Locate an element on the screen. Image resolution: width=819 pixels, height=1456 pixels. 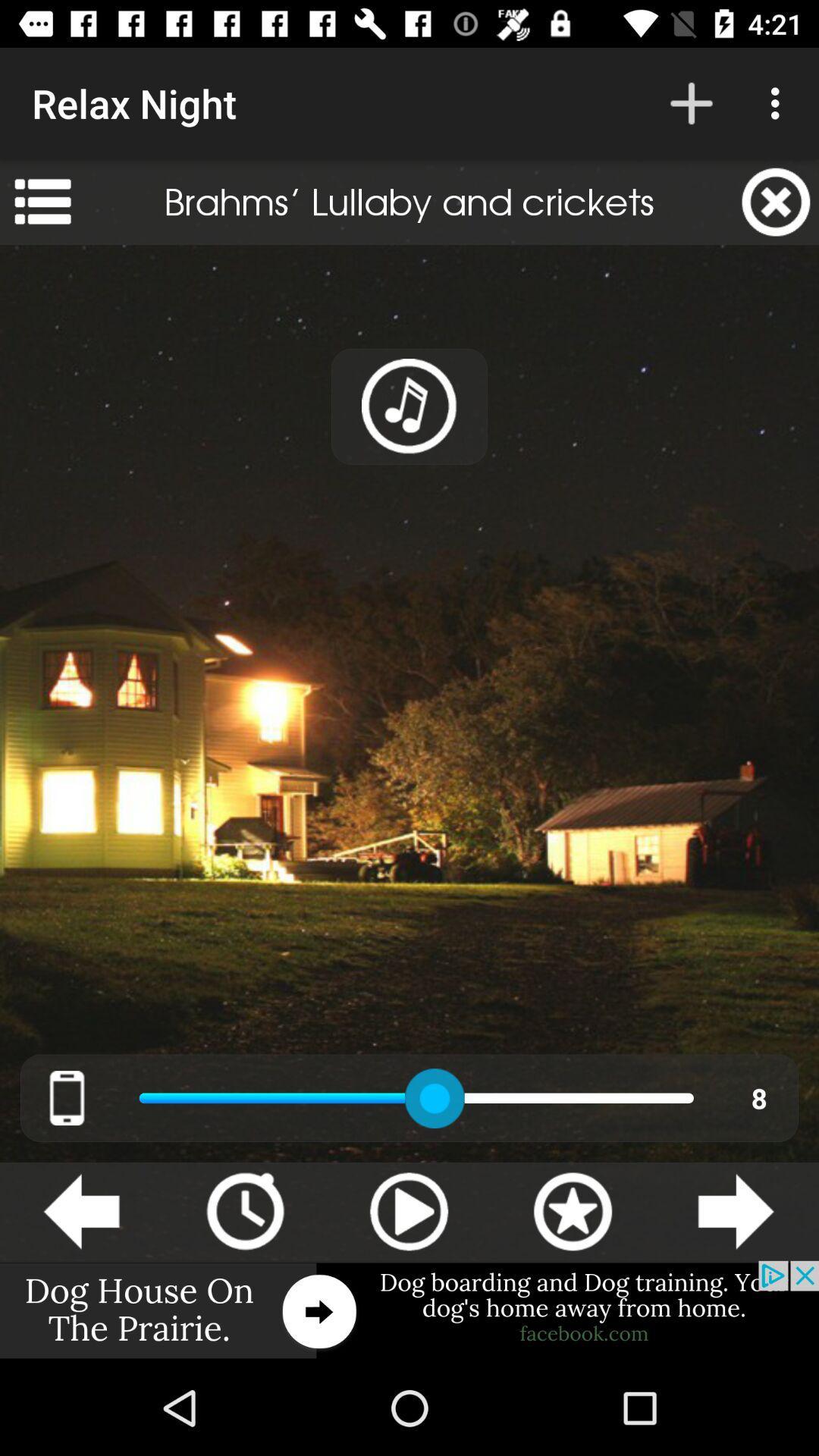
the app to the left of the brahms lullaby and item is located at coordinates (42, 201).